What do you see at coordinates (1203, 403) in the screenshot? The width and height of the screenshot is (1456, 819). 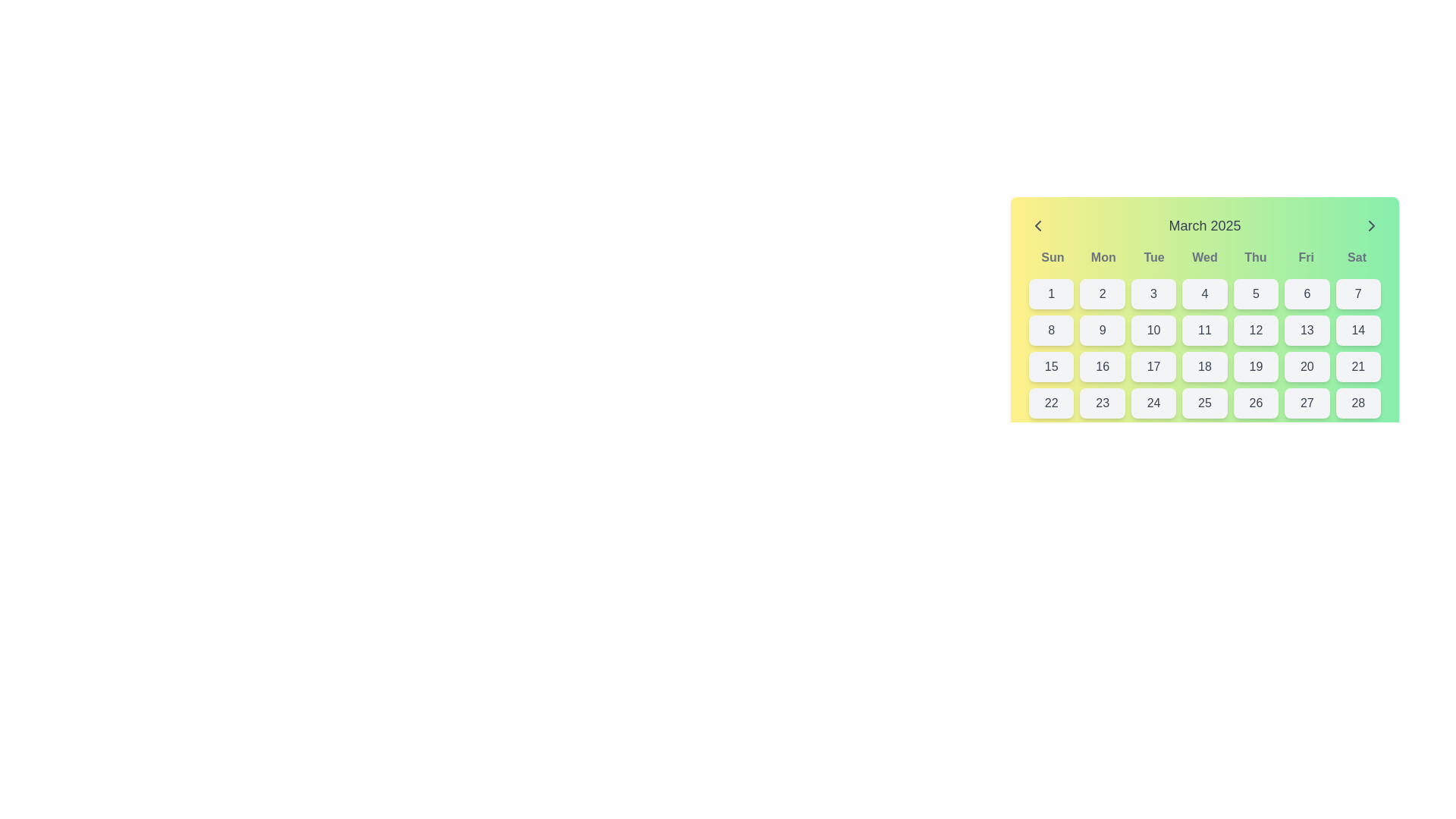 I see `the number button displaying '25' located in the fourth row and fourth column of the month calendar grid` at bounding box center [1203, 403].